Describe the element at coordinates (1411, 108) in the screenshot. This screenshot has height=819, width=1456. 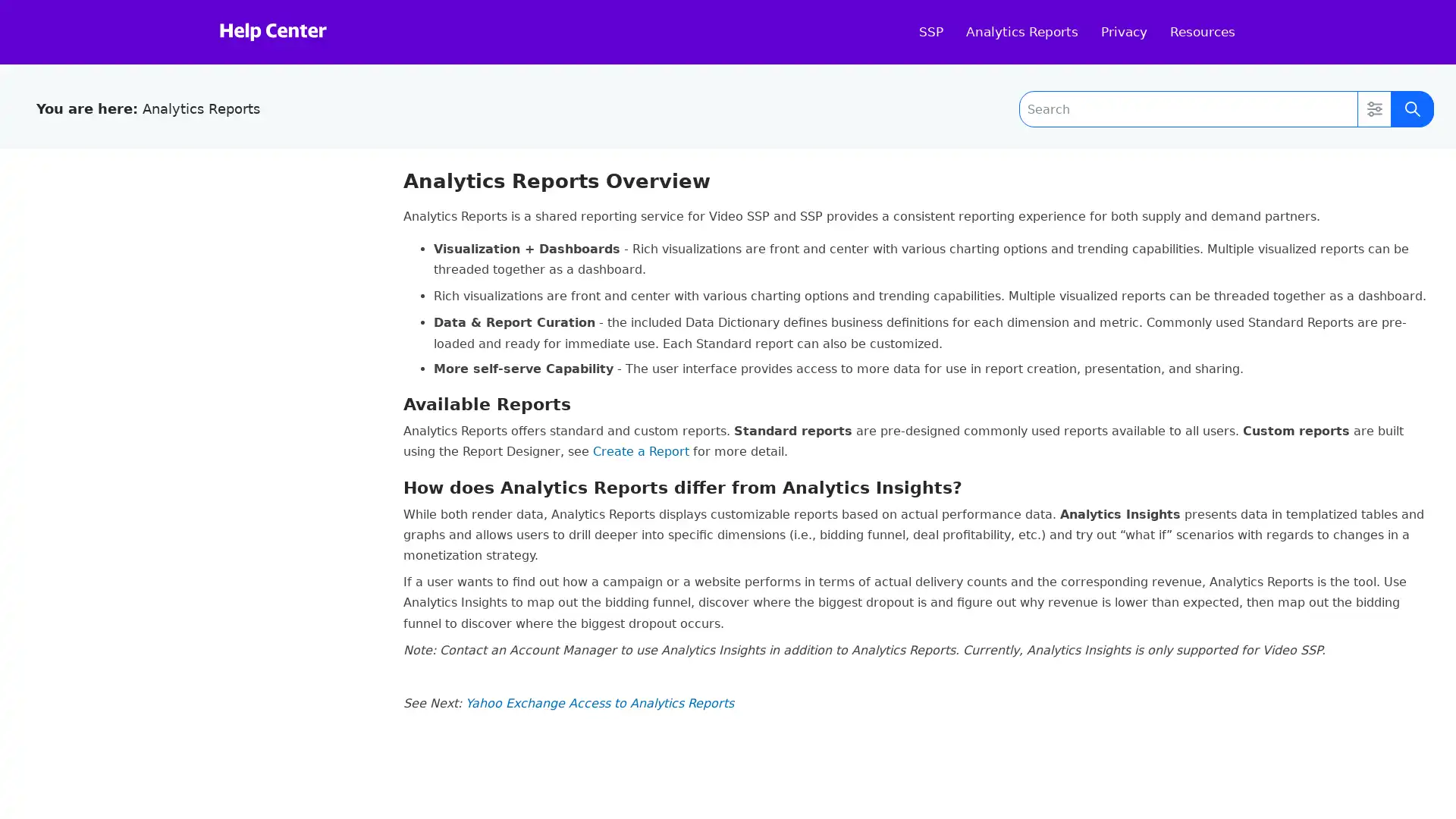
I see `Submit Search` at that location.